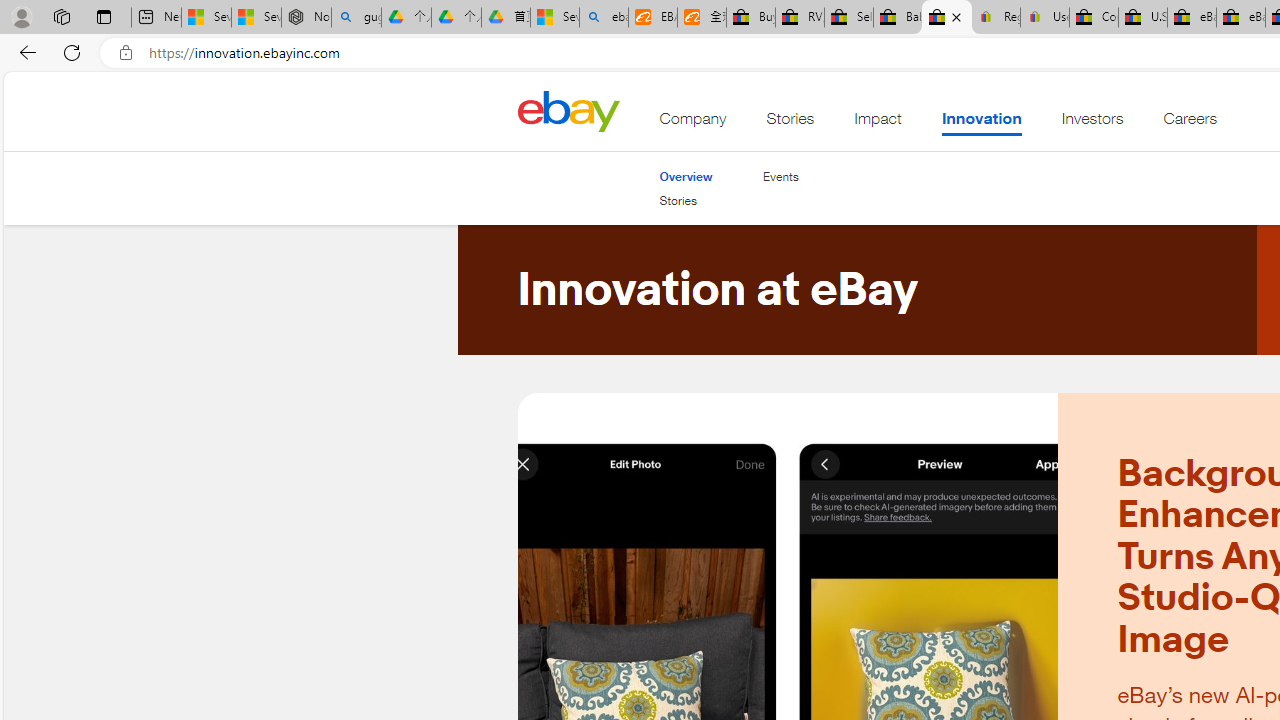 This screenshot has width=1280, height=720. I want to click on 'Investors', so click(1091, 123).